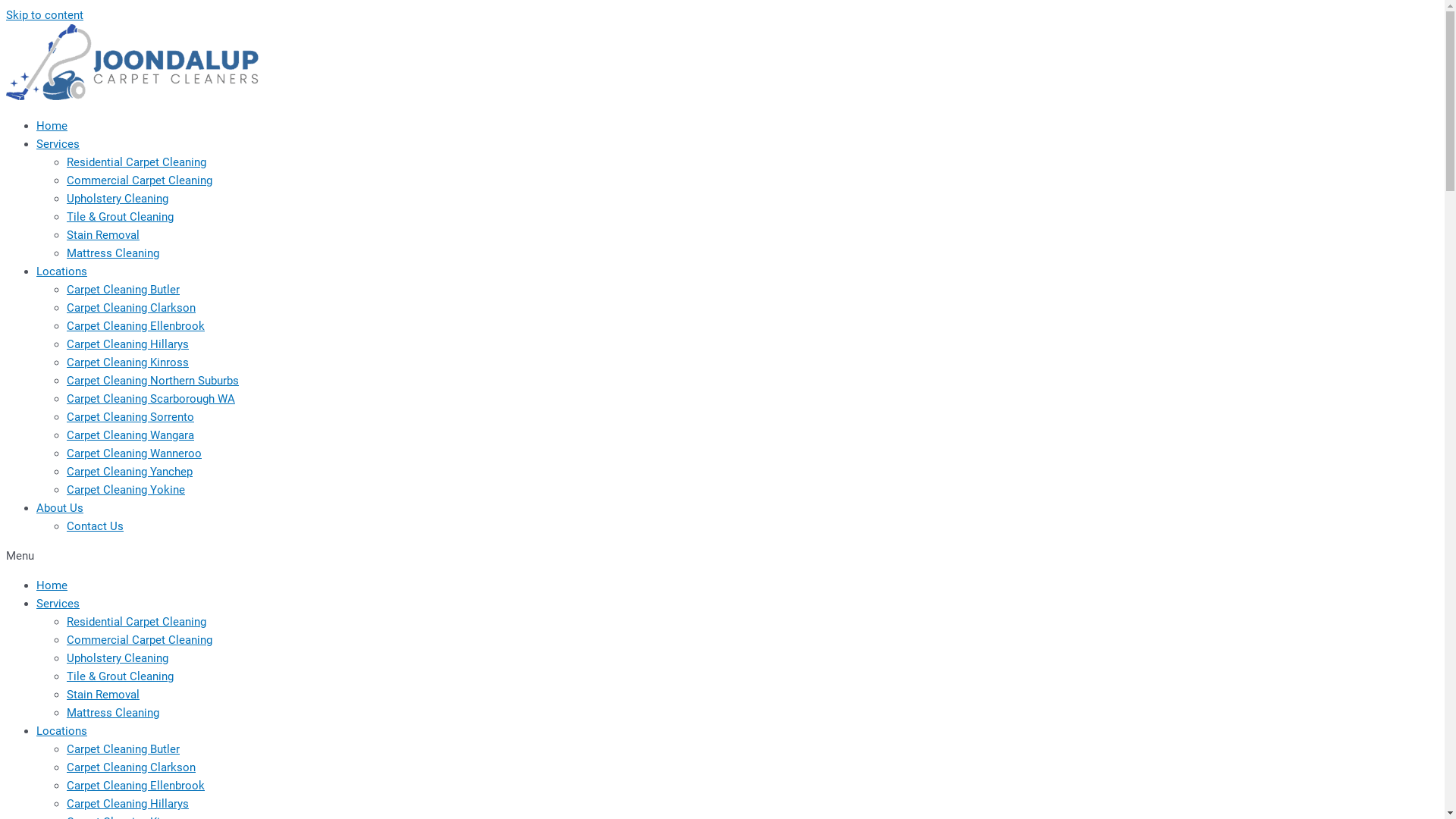 The image size is (1456, 819). I want to click on 'Carpet Cleaning Ellenbrook', so click(135, 325).